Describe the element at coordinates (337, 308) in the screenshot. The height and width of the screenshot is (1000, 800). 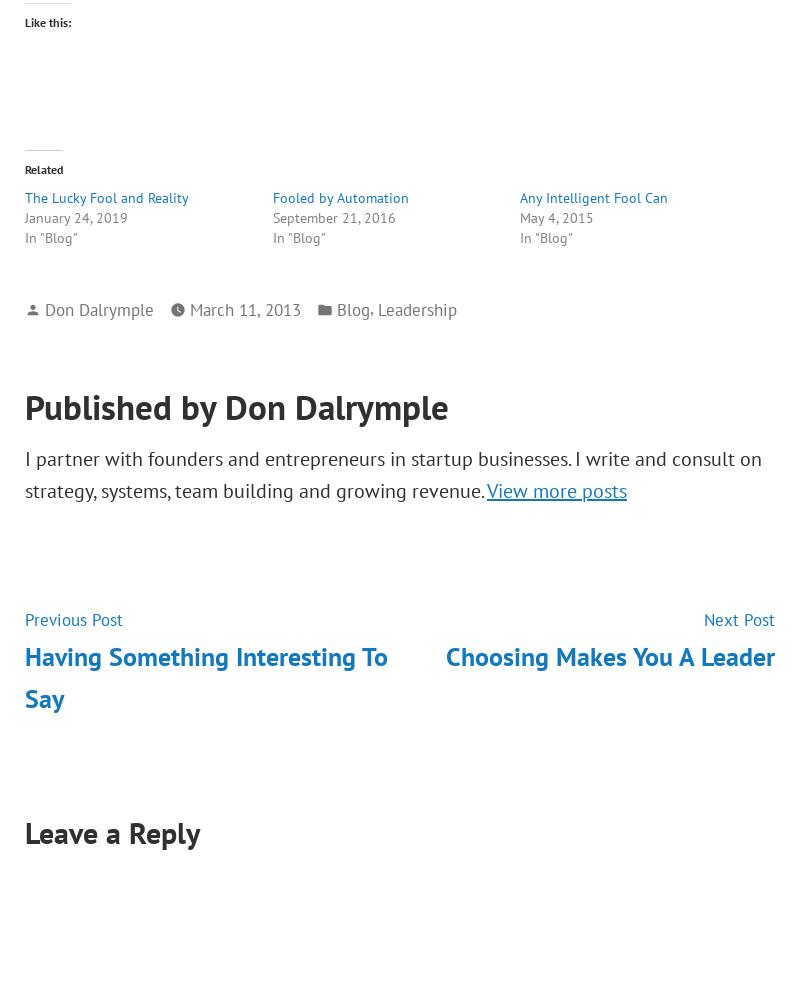
I see `'Blog'` at that location.